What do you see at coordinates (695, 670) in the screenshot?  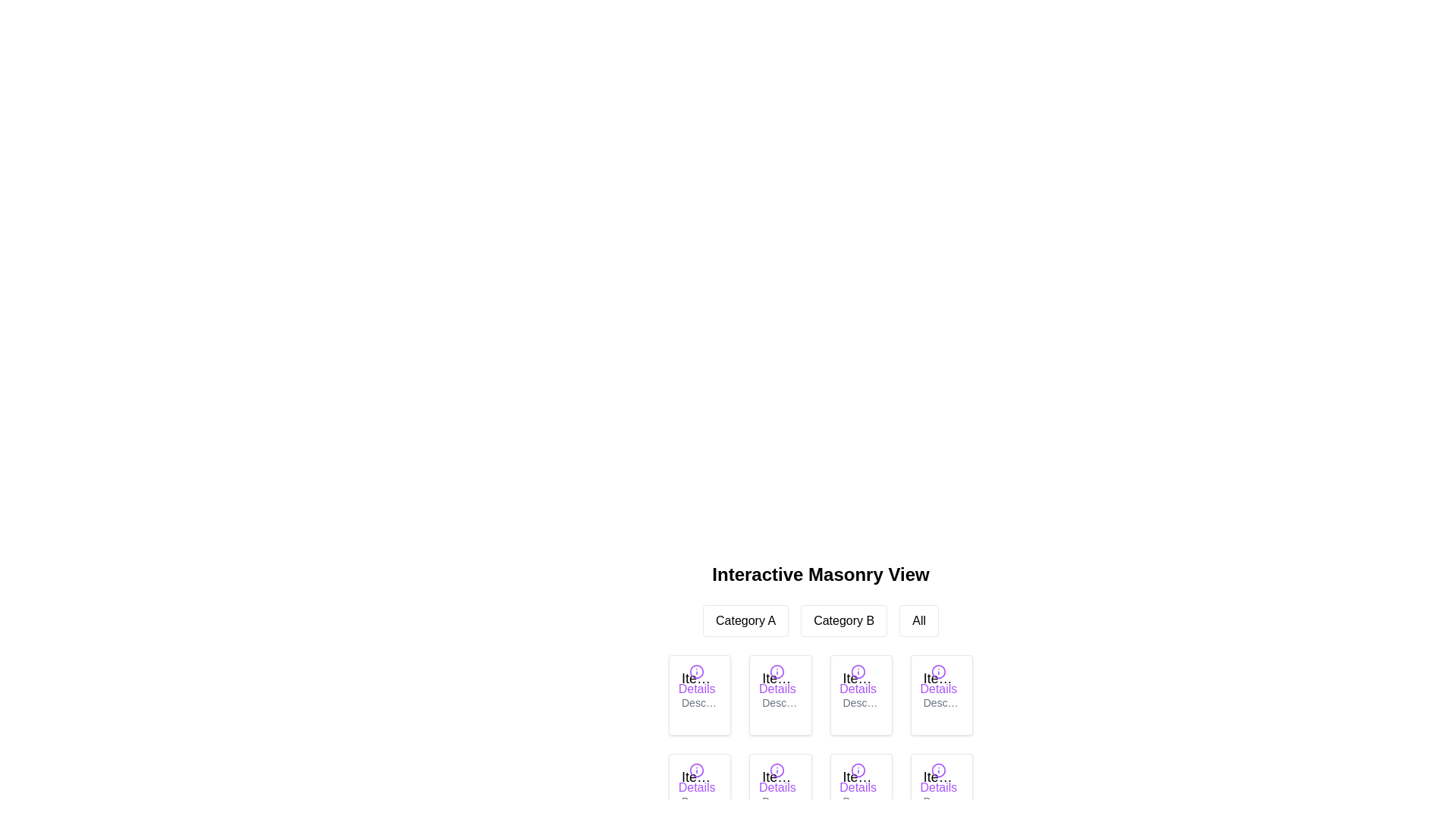 I see `the information icon in the top-left corner of the grid labeled 'Details'` at bounding box center [695, 670].